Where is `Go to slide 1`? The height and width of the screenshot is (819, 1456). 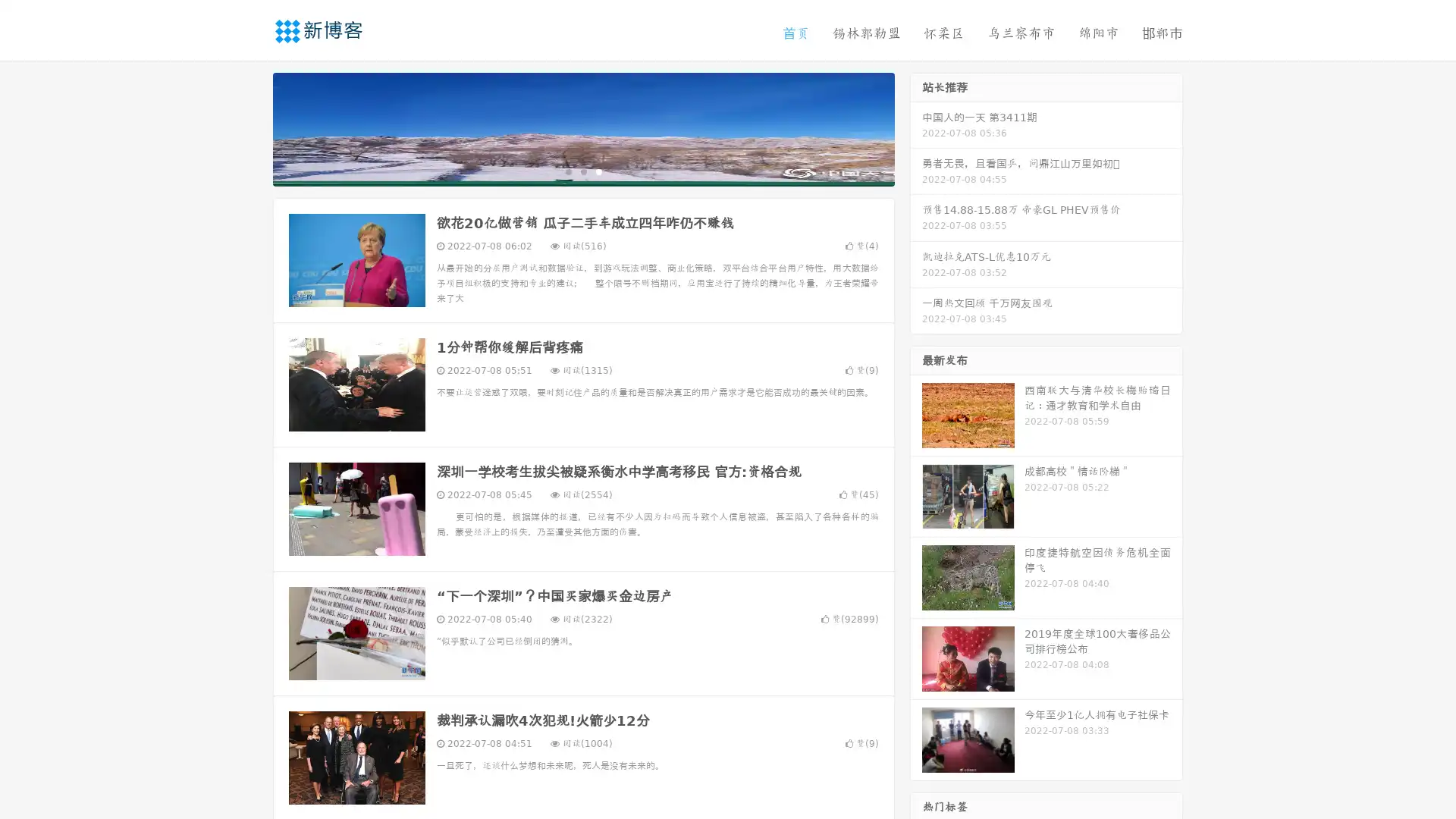
Go to slide 1 is located at coordinates (567, 171).